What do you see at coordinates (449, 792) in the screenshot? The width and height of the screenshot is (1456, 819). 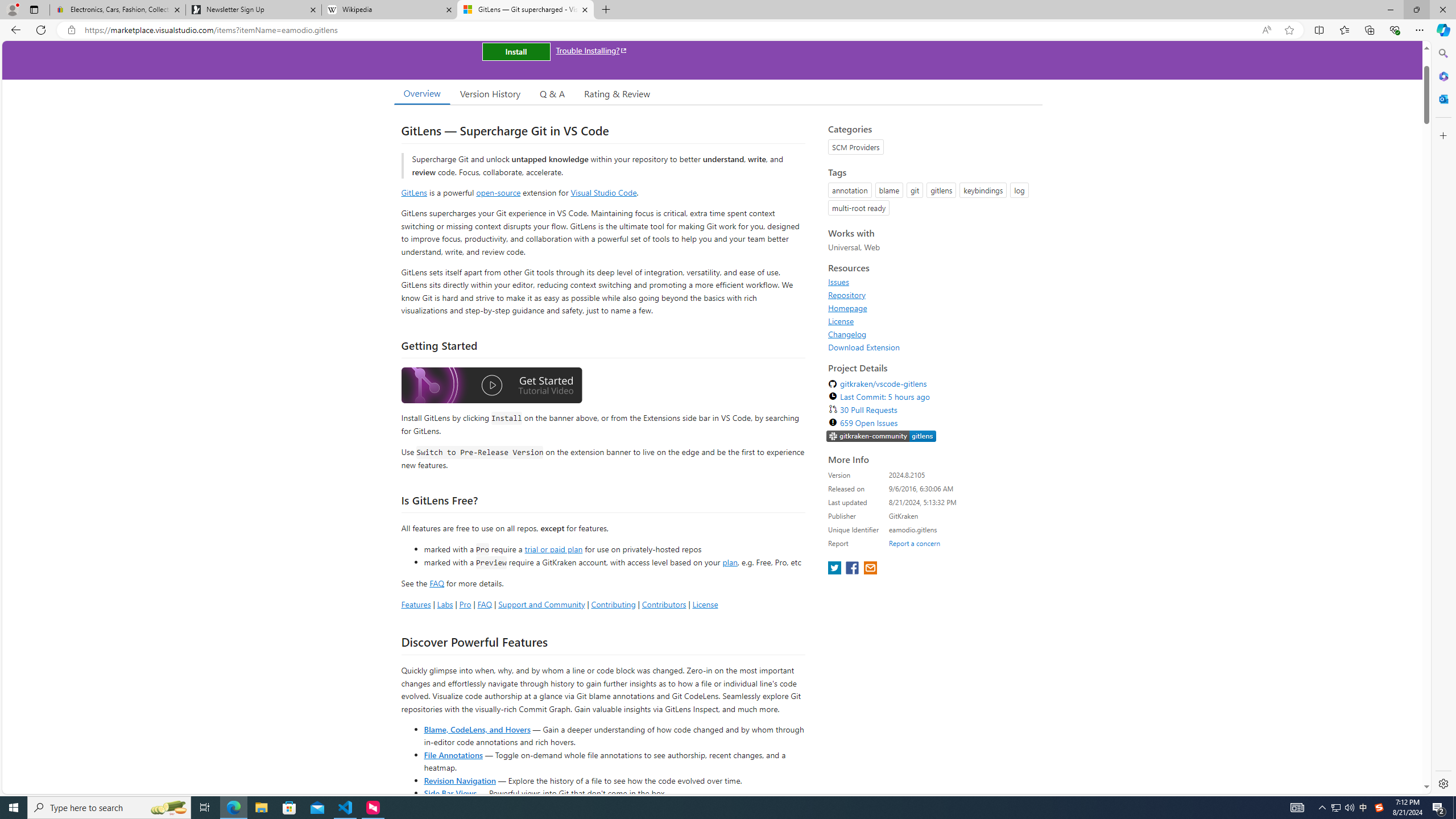 I see `'Side Bar Views'` at bounding box center [449, 792].